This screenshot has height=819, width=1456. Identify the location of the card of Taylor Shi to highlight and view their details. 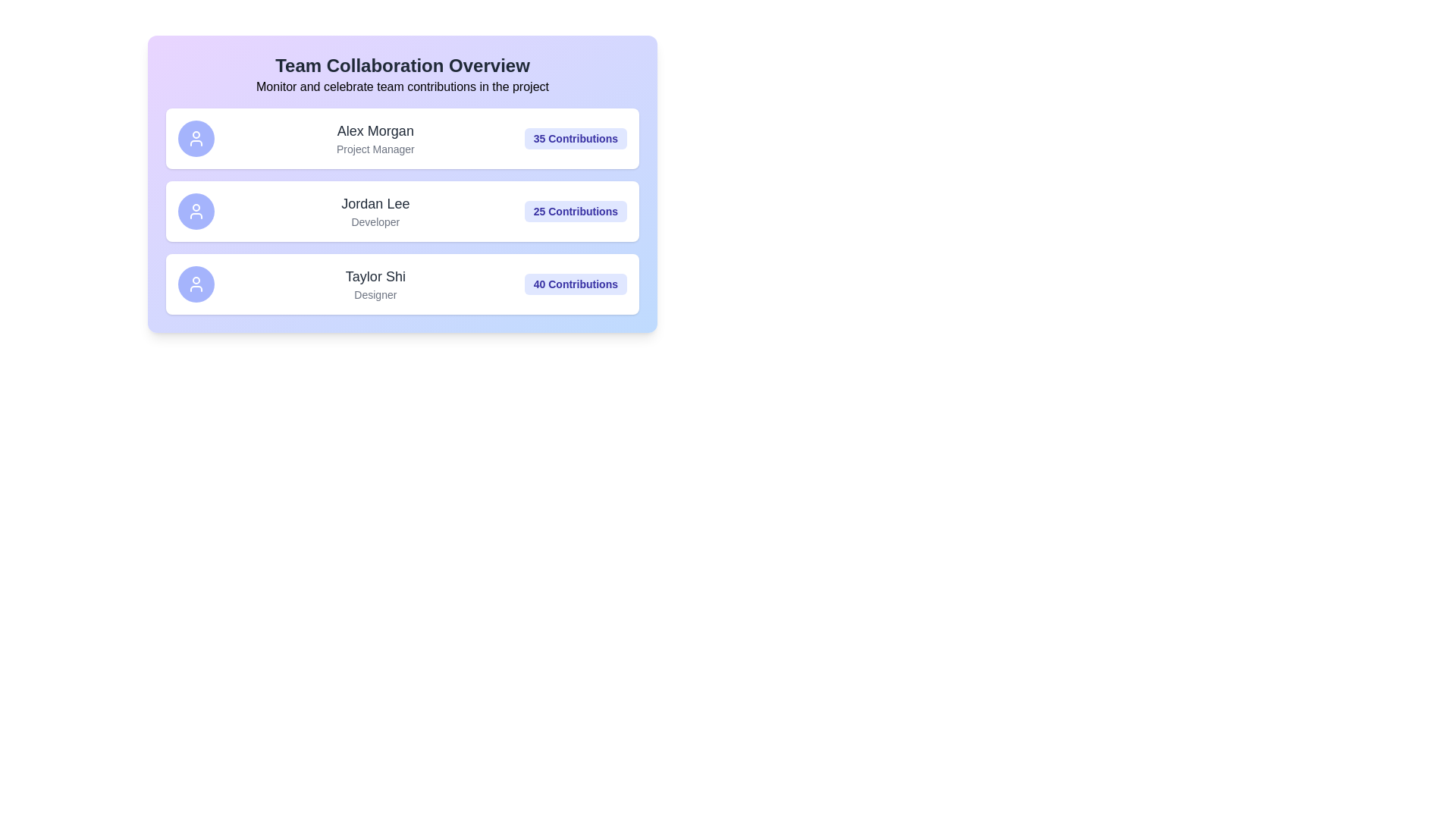
(403, 284).